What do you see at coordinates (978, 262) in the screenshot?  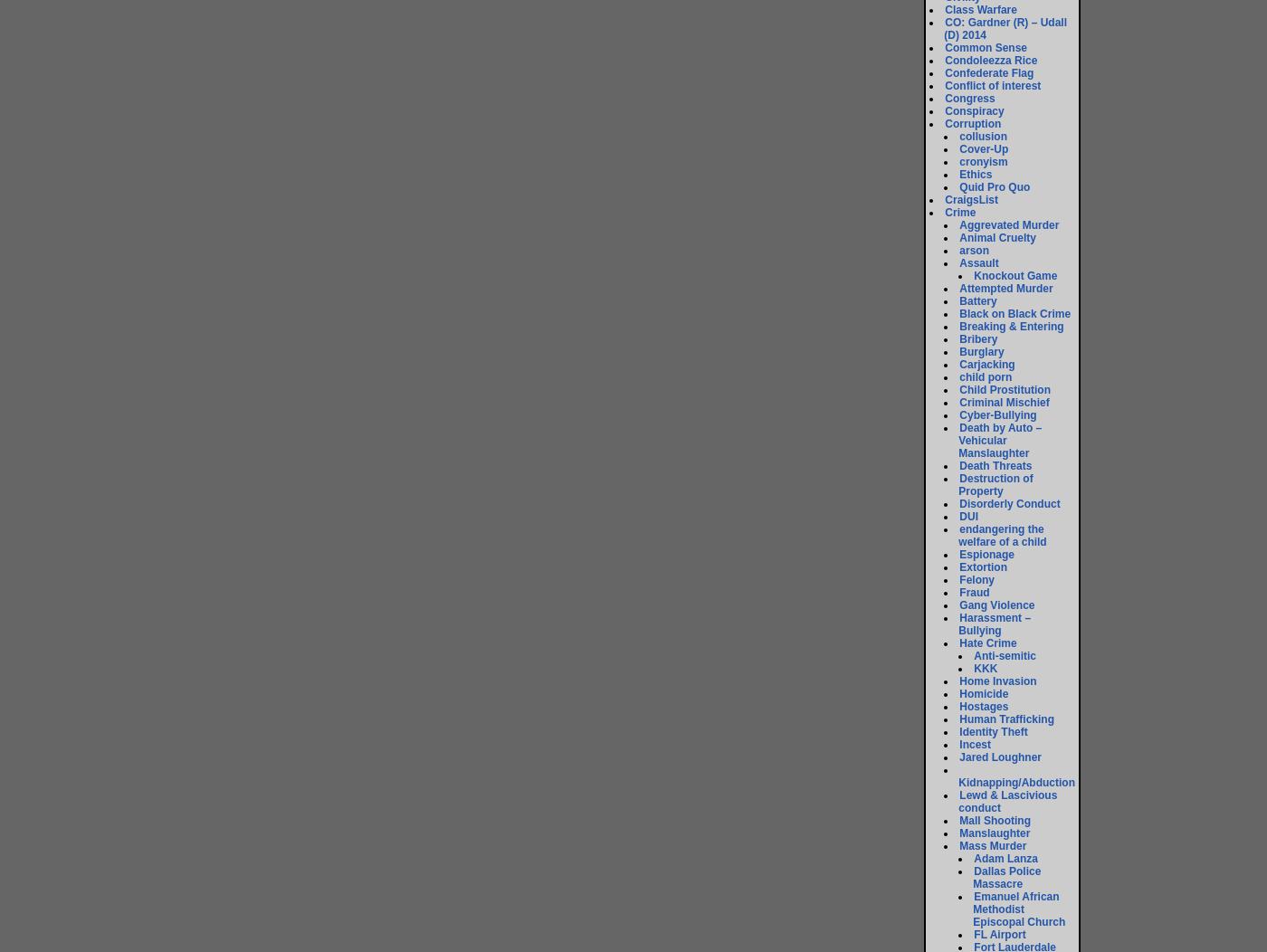 I see `'Assault'` at bounding box center [978, 262].